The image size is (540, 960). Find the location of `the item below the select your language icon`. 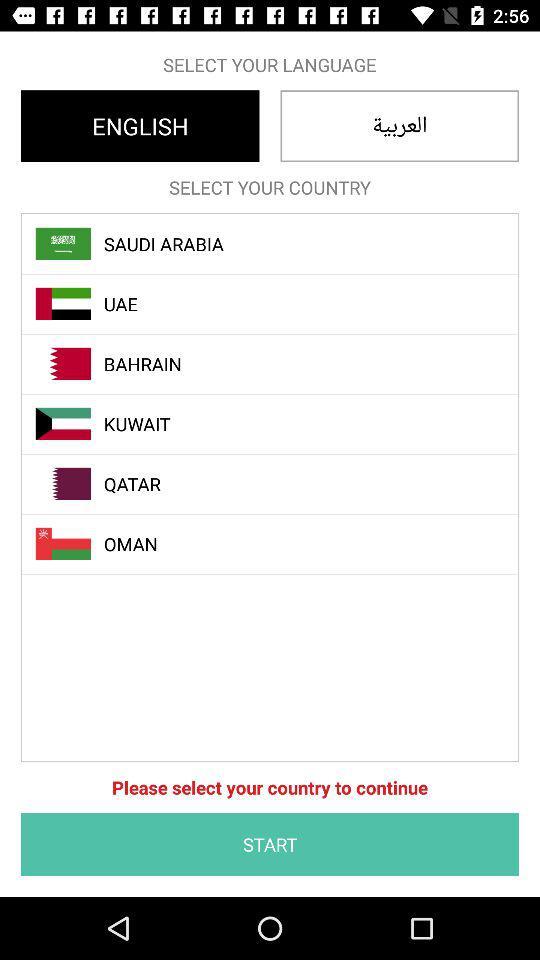

the item below the select your language icon is located at coordinates (399, 125).